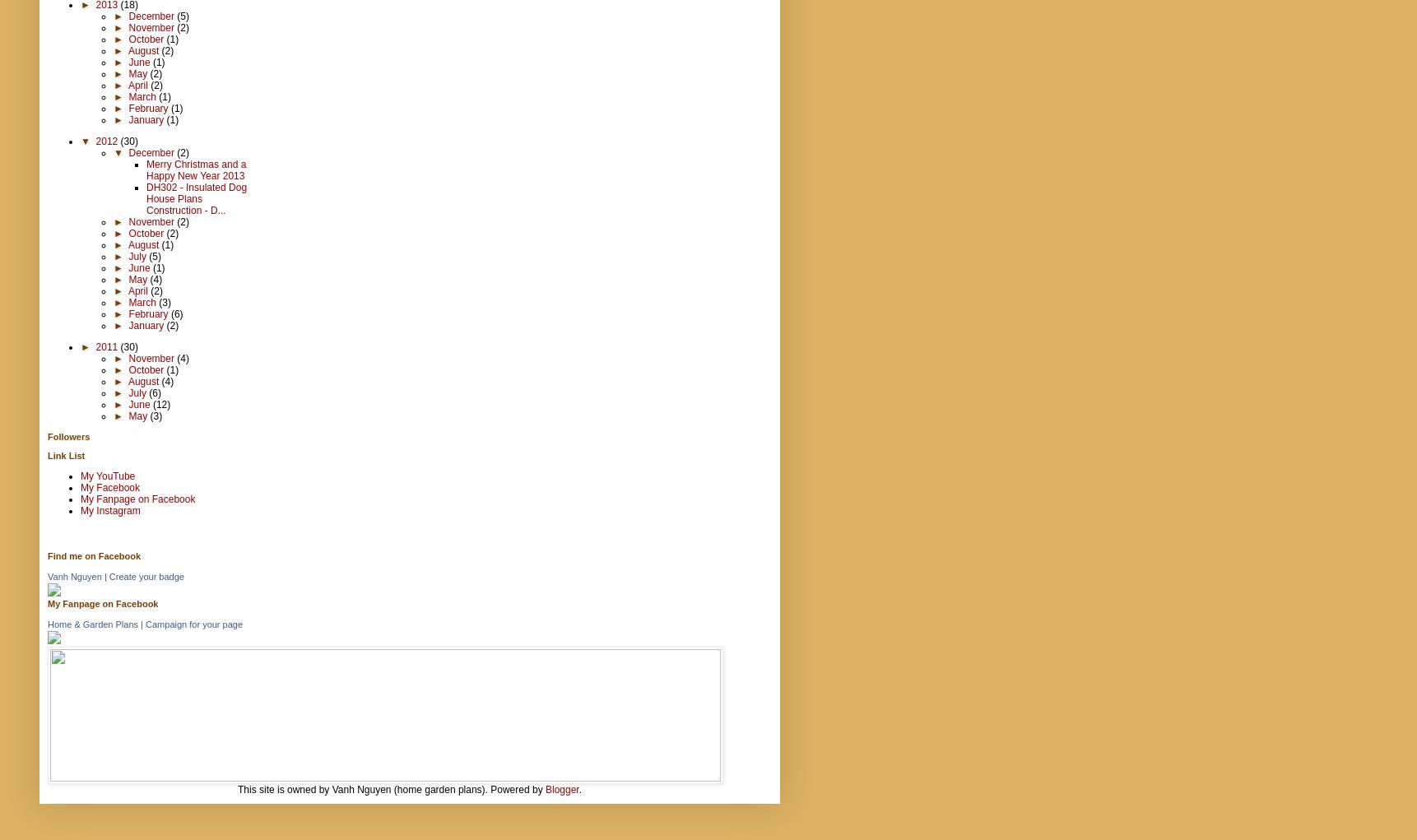 The height and width of the screenshot is (840, 1417). I want to click on 'DH302 - Insulated Dog House Plans Construction - D...', so click(196, 197).